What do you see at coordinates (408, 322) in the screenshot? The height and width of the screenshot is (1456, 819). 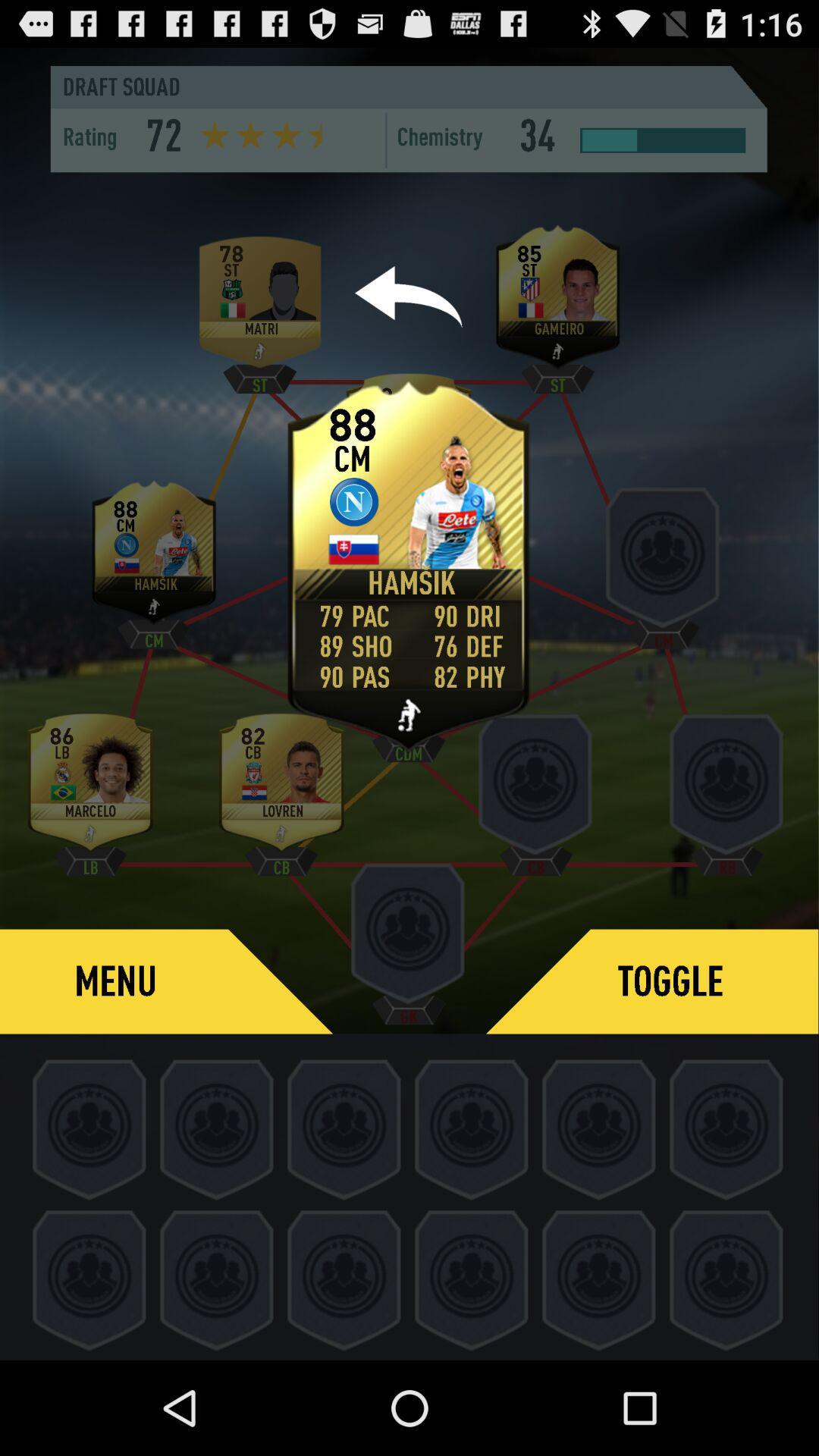 I see `the reply icon` at bounding box center [408, 322].